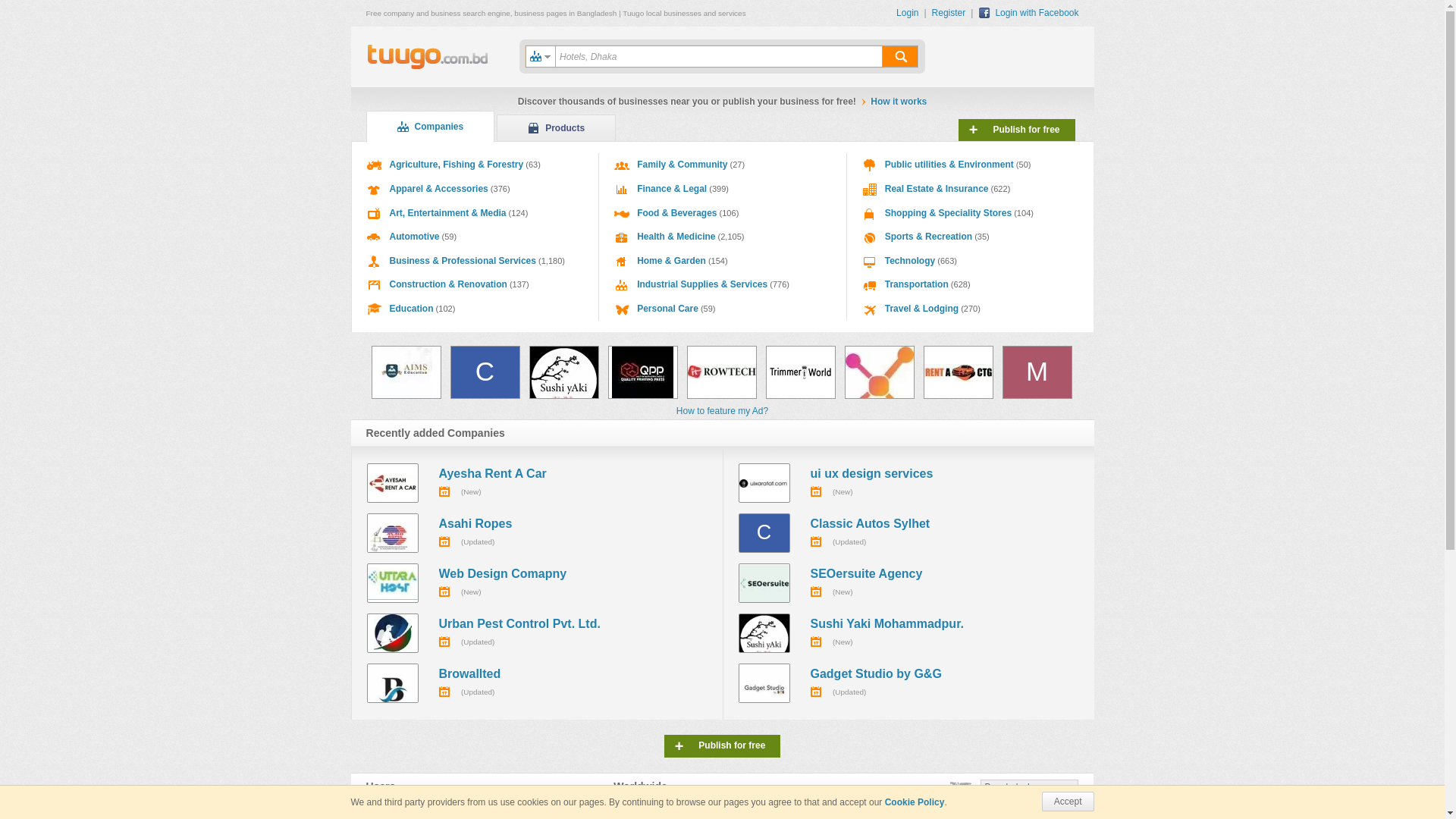  I want to click on 'Accept', so click(1067, 800).